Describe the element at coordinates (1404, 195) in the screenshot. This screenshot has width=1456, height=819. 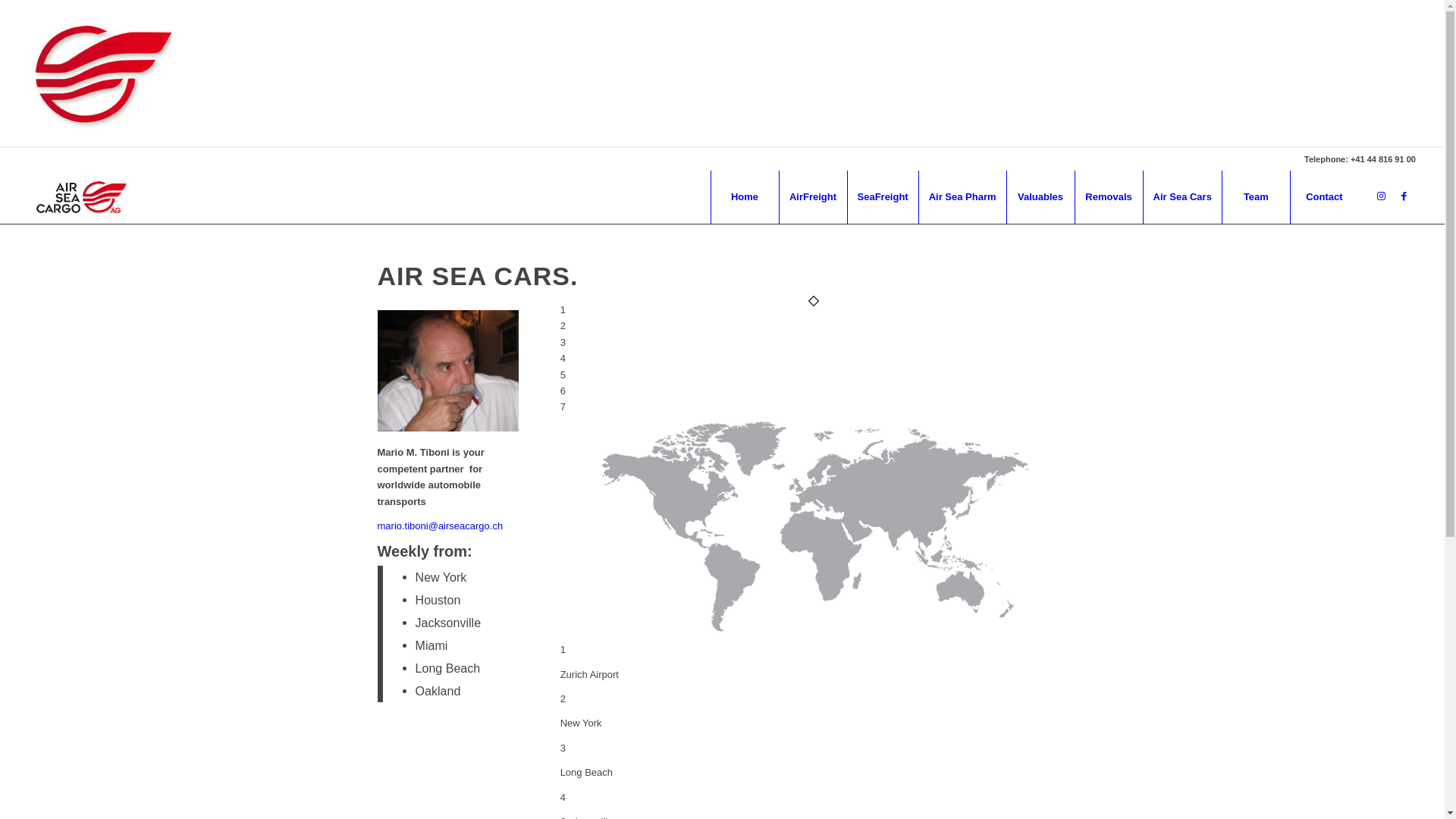
I see `'Facebook'` at that location.